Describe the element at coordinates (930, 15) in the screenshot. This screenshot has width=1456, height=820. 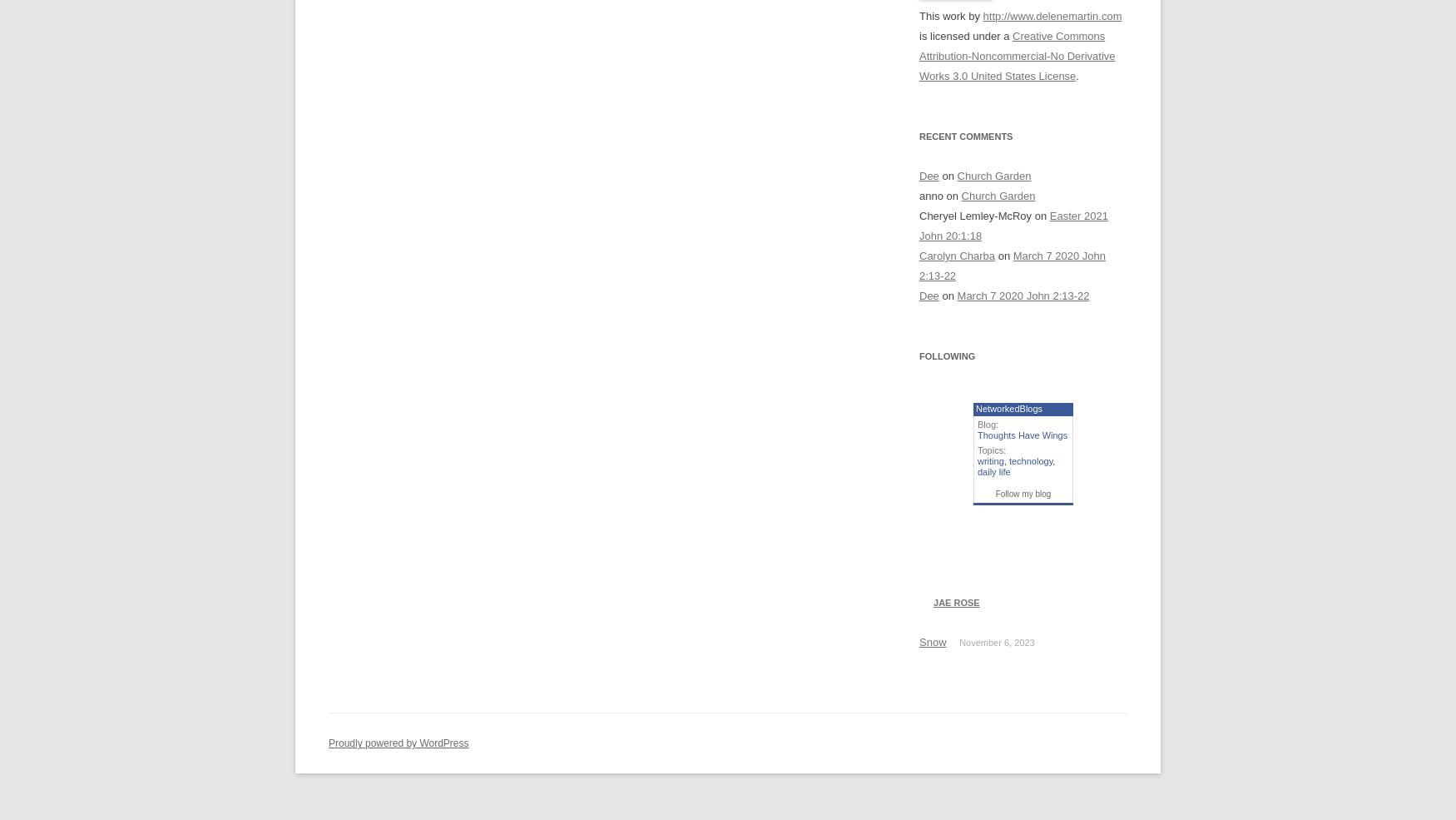
I see `'This'` at that location.